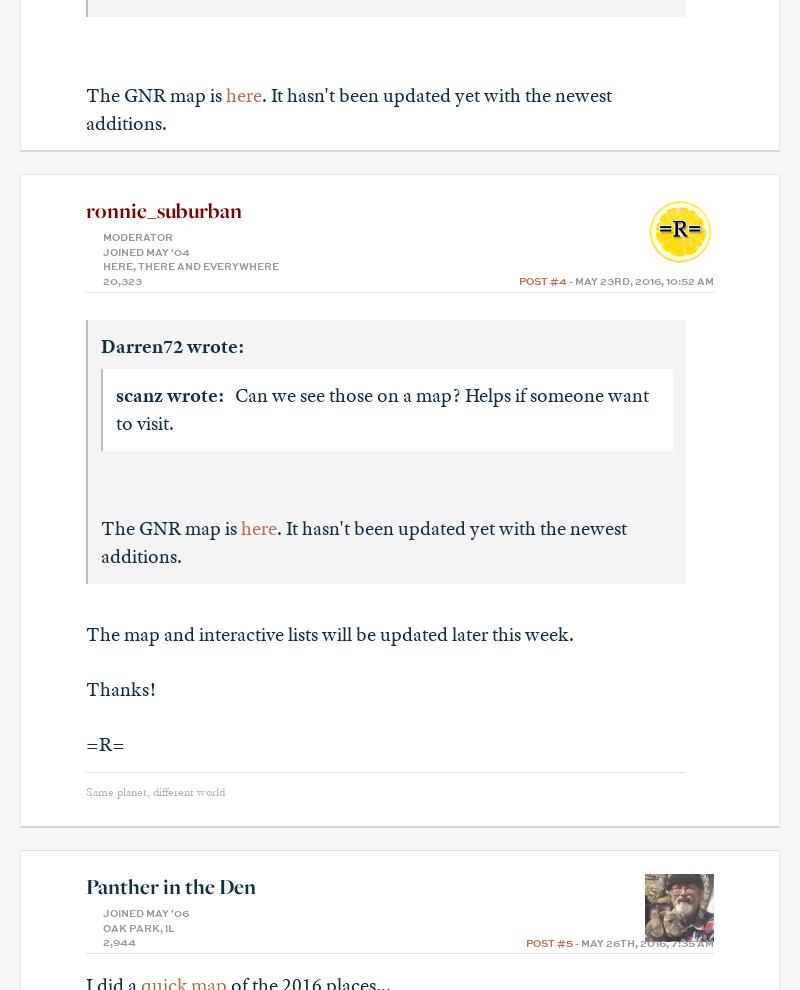  Describe the element at coordinates (171, 344) in the screenshot. I see `'Darren72 wrote:'` at that location.